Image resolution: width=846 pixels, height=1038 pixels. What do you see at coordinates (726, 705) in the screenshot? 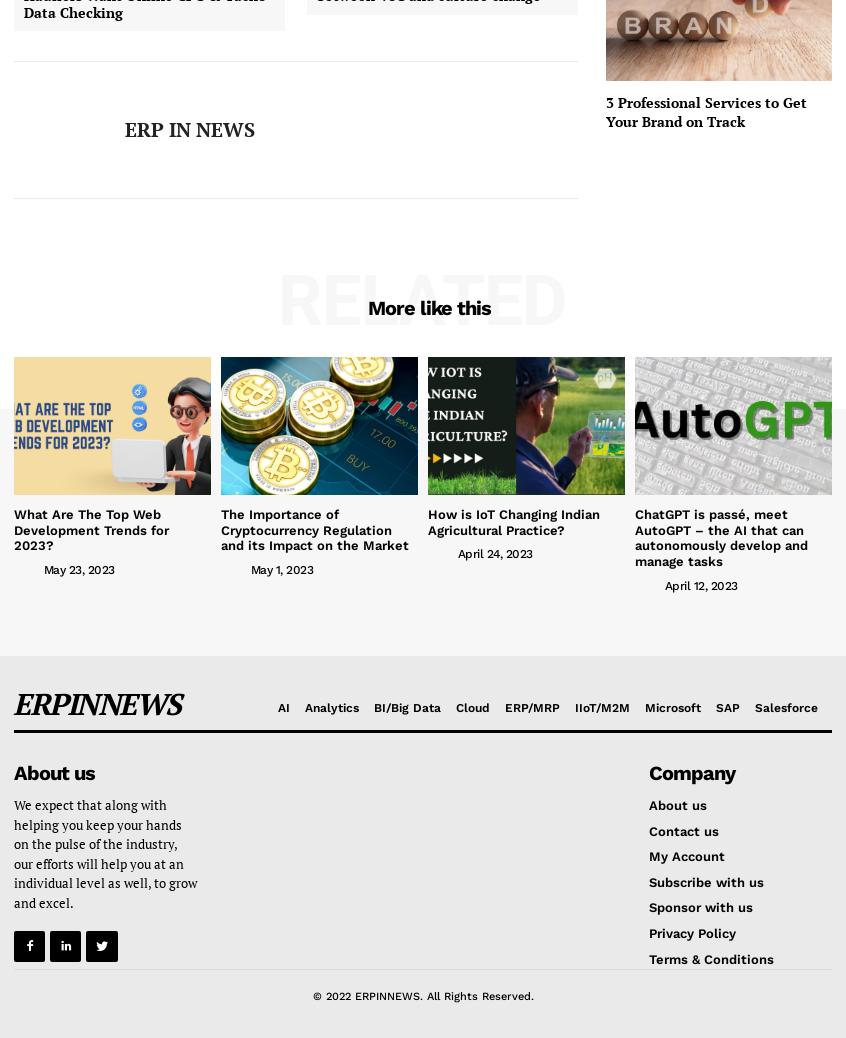
I see `'SAP'` at bounding box center [726, 705].